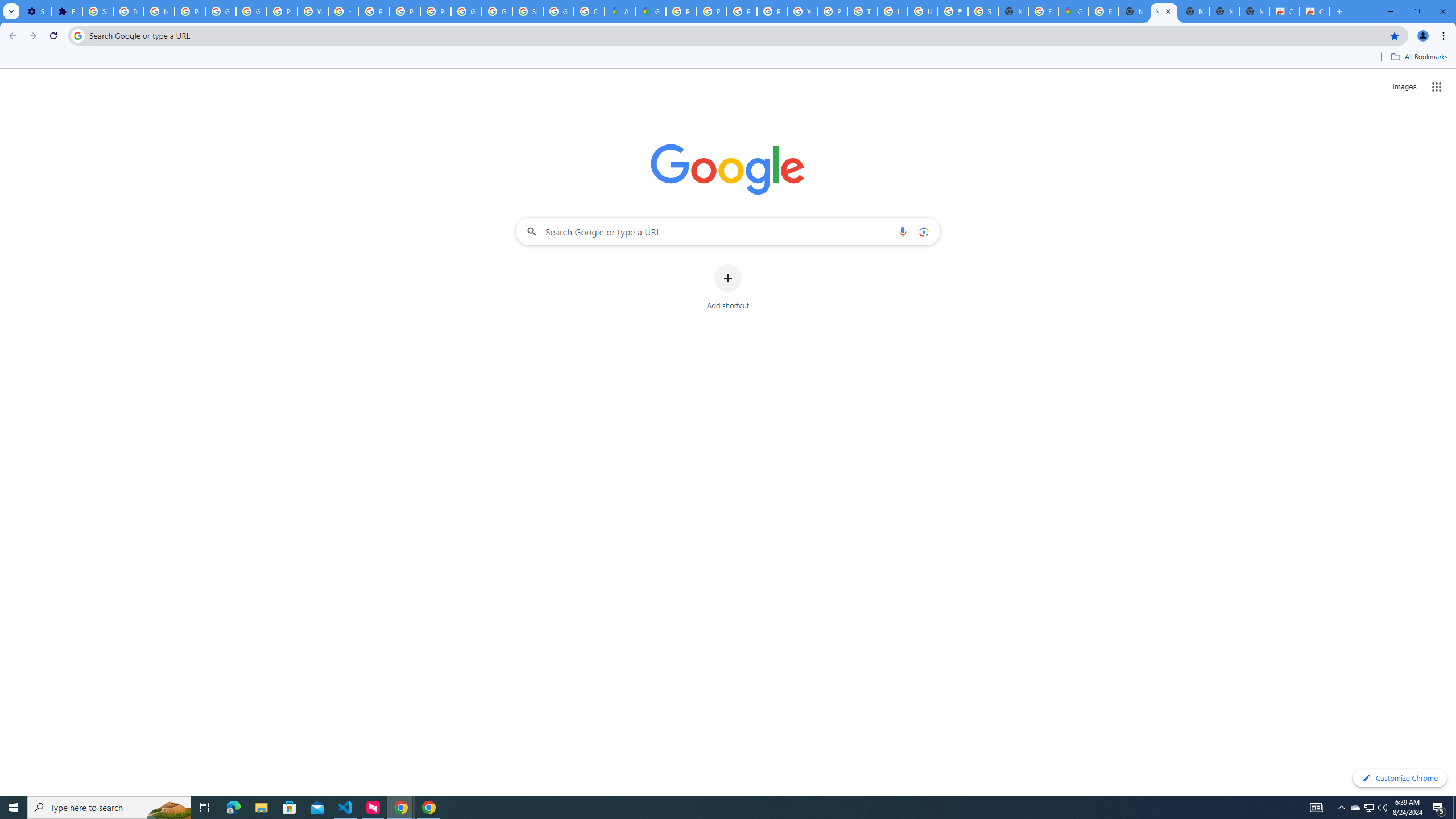  Describe the element at coordinates (862, 11) in the screenshot. I see `'Tips & tricks for Chrome - Google Chrome Help'` at that location.